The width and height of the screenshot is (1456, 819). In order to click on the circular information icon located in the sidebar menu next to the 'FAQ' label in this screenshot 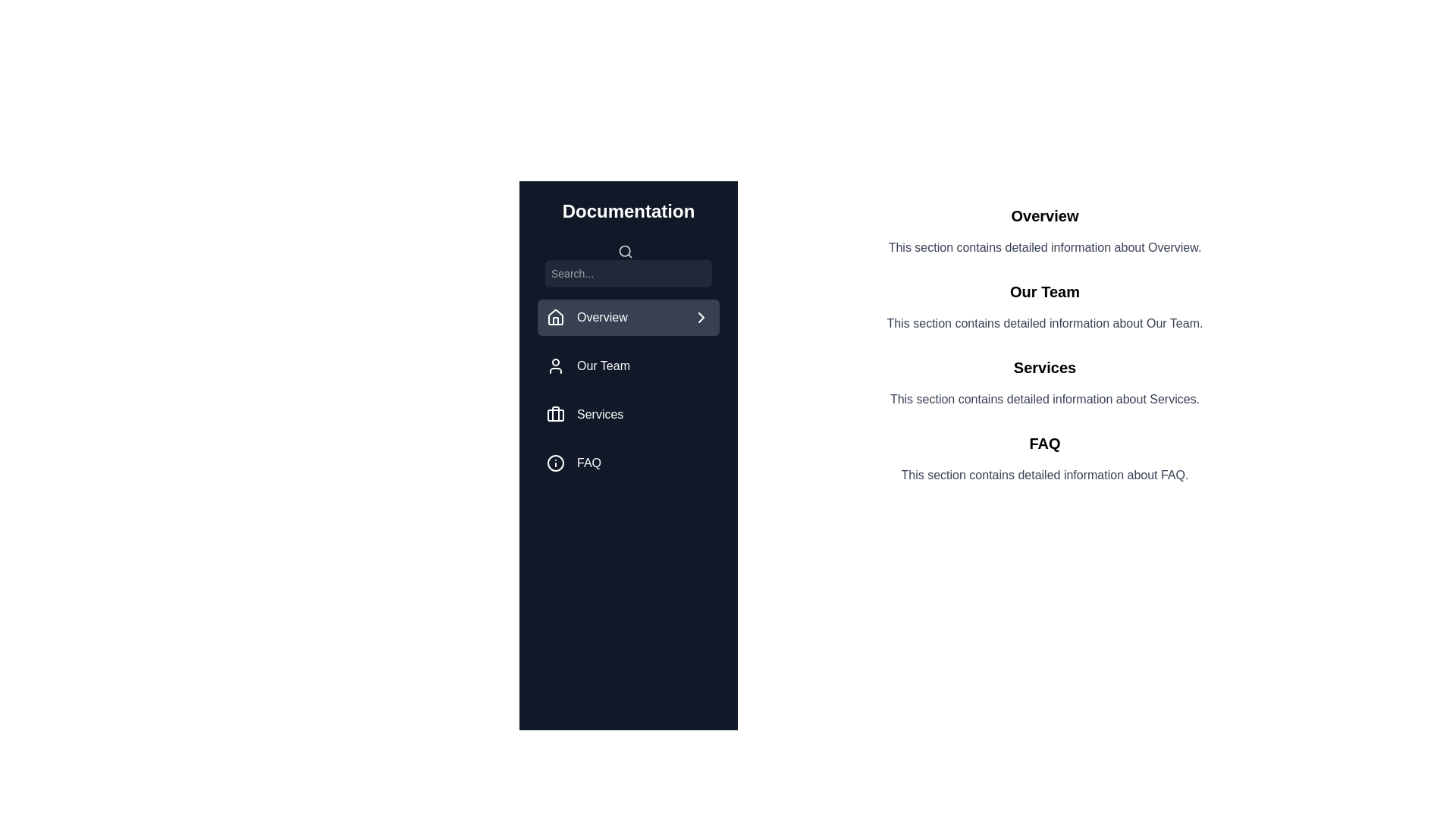, I will do `click(555, 462)`.